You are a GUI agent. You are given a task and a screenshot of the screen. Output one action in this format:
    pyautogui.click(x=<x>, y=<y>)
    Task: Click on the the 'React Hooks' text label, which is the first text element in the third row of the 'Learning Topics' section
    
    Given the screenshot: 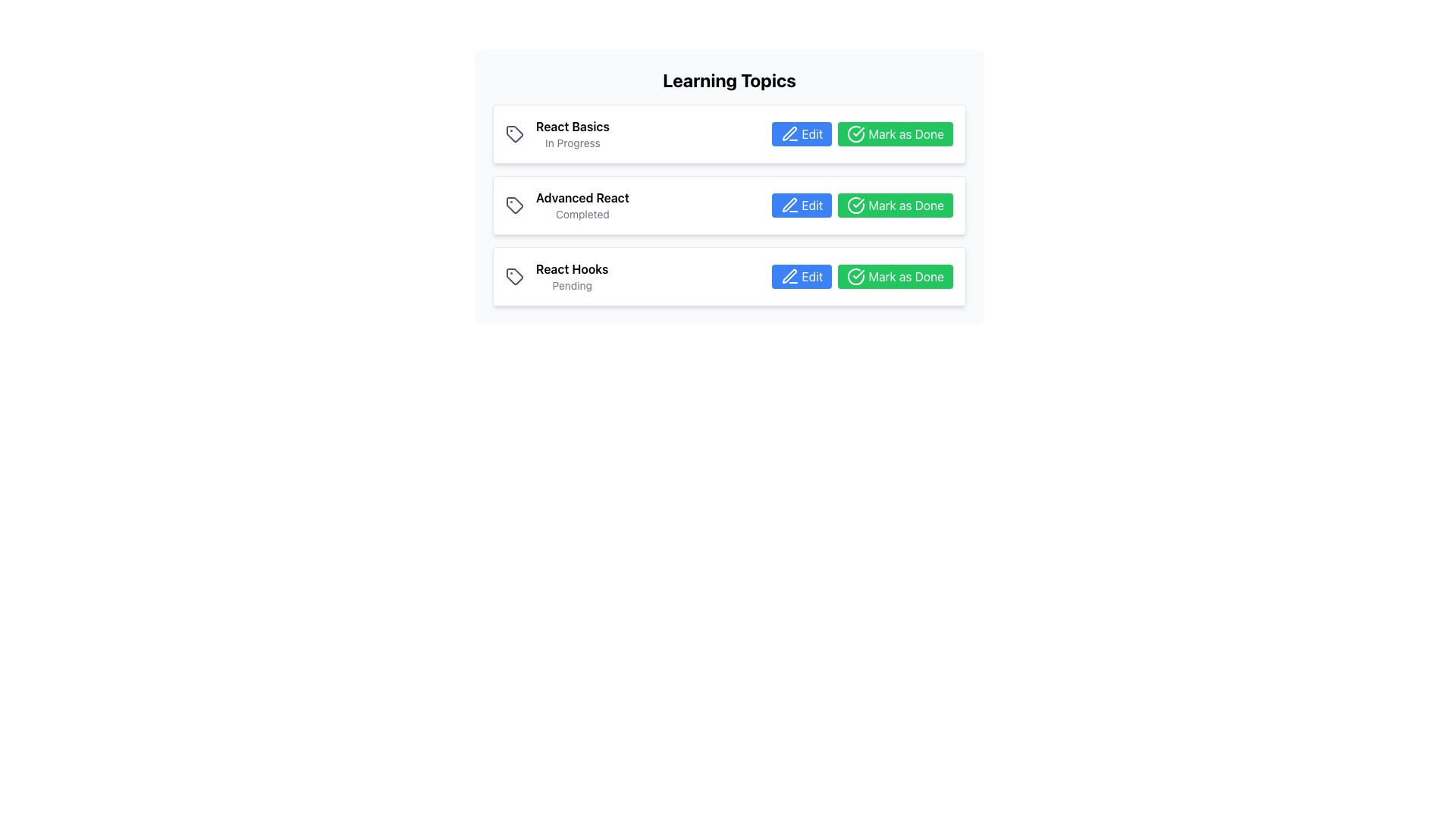 What is the action you would take?
    pyautogui.click(x=571, y=268)
    